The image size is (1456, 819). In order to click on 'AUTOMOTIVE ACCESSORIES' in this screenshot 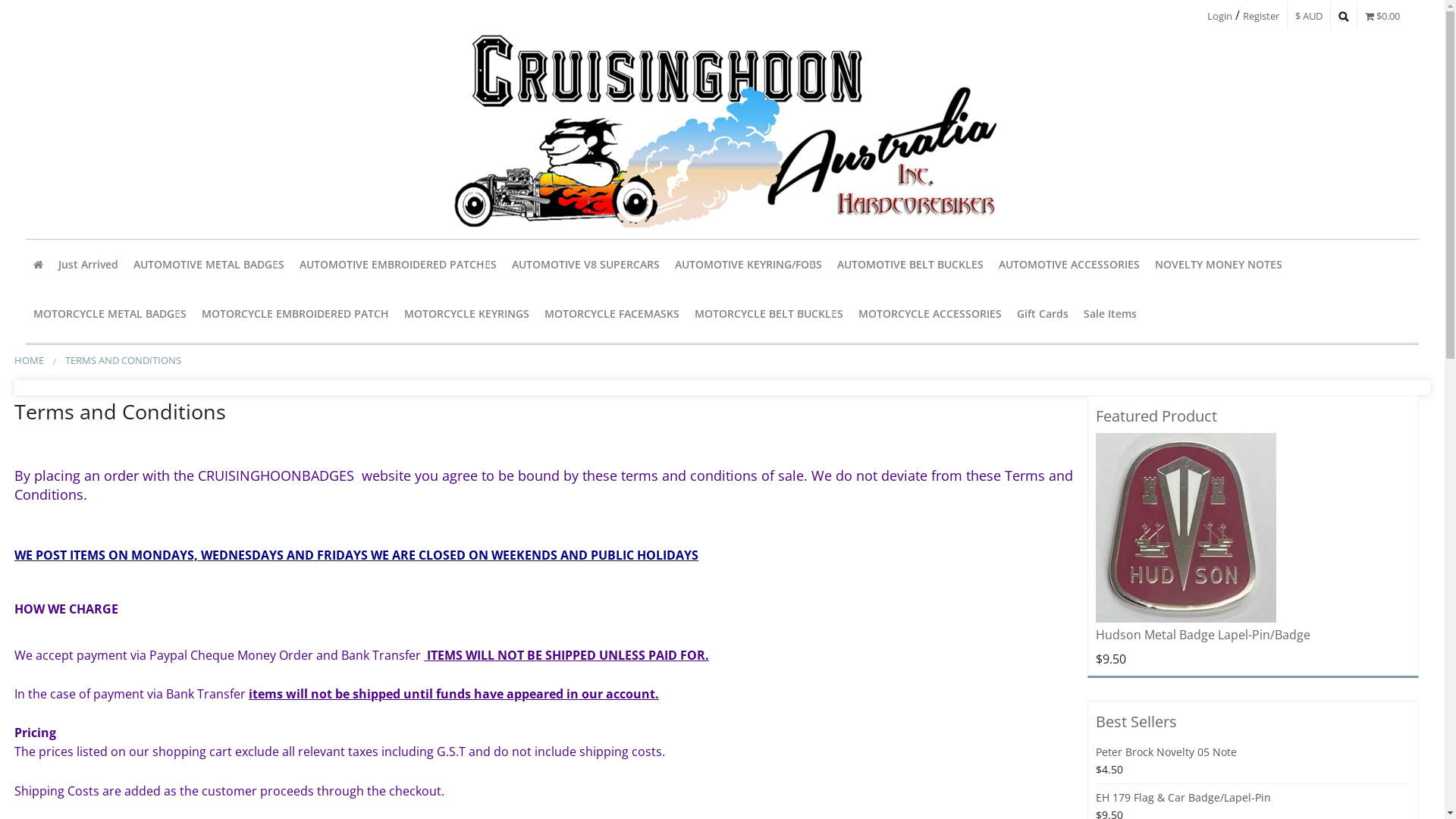, I will do `click(1068, 263)`.